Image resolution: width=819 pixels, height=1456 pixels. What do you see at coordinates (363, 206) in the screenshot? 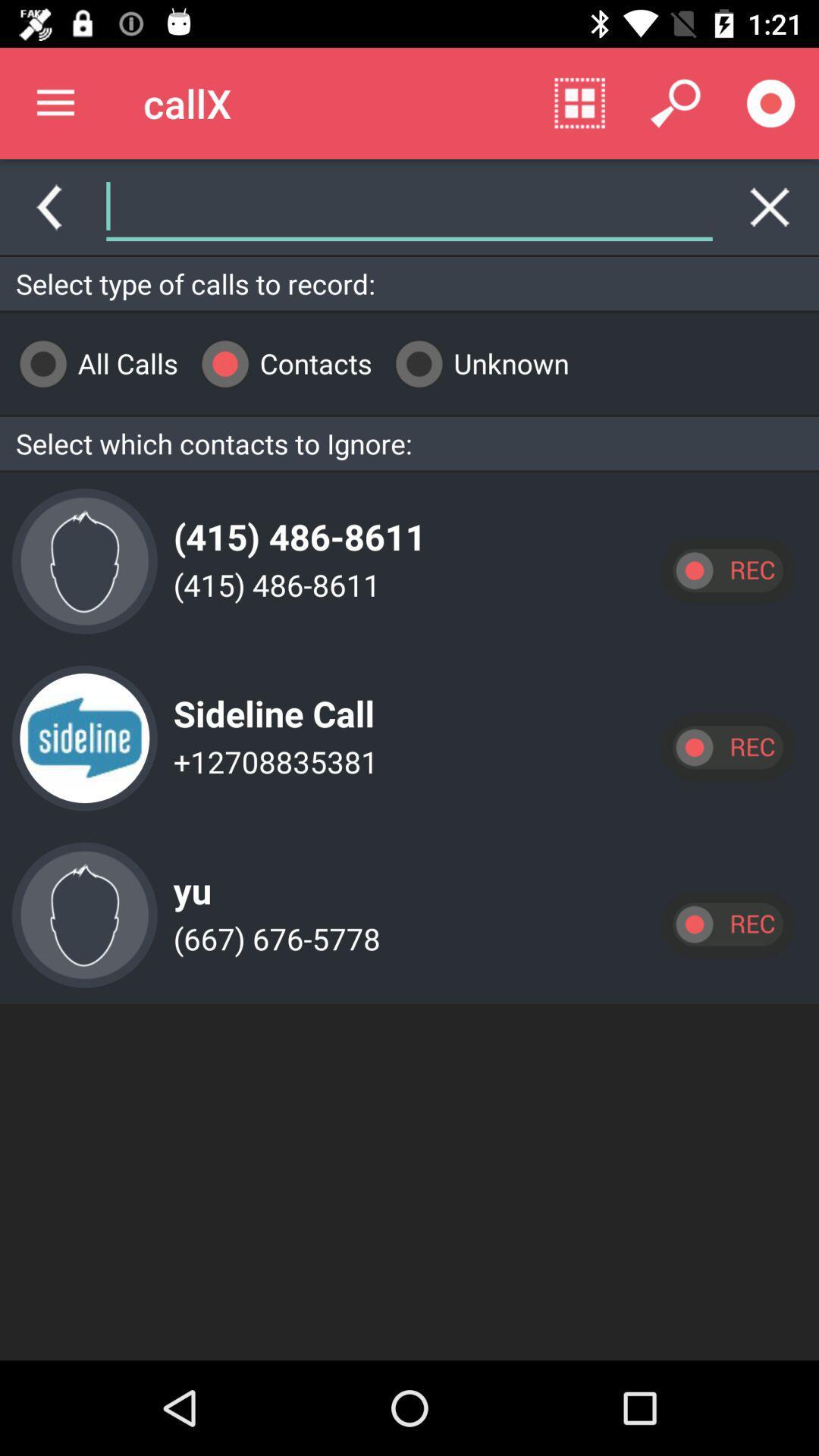
I see `the icon above select type of item` at bounding box center [363, 206].